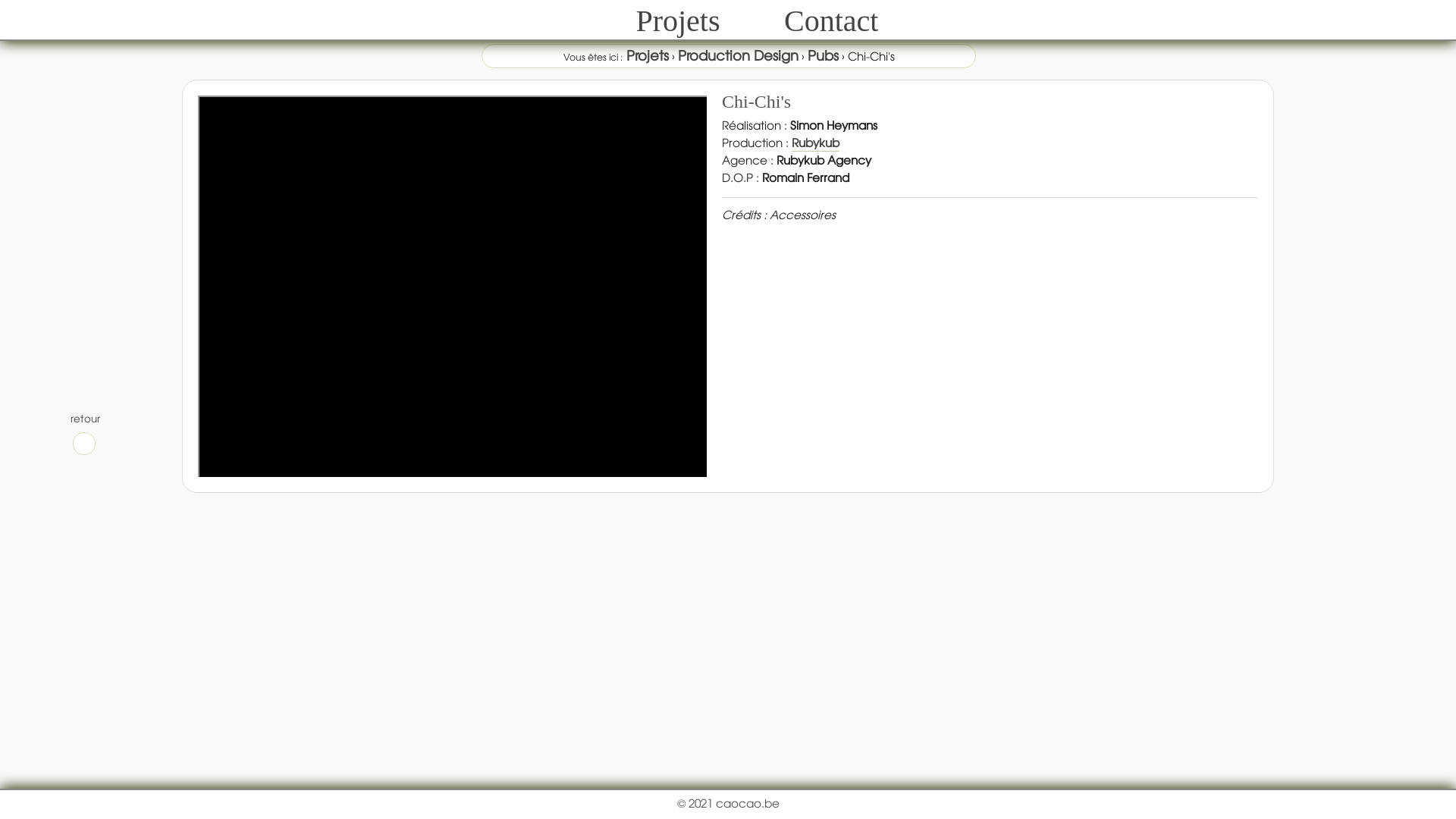  Describe the element at coordinates (814, 143) in the screenshot. I see `'Rubykub'` at that location.